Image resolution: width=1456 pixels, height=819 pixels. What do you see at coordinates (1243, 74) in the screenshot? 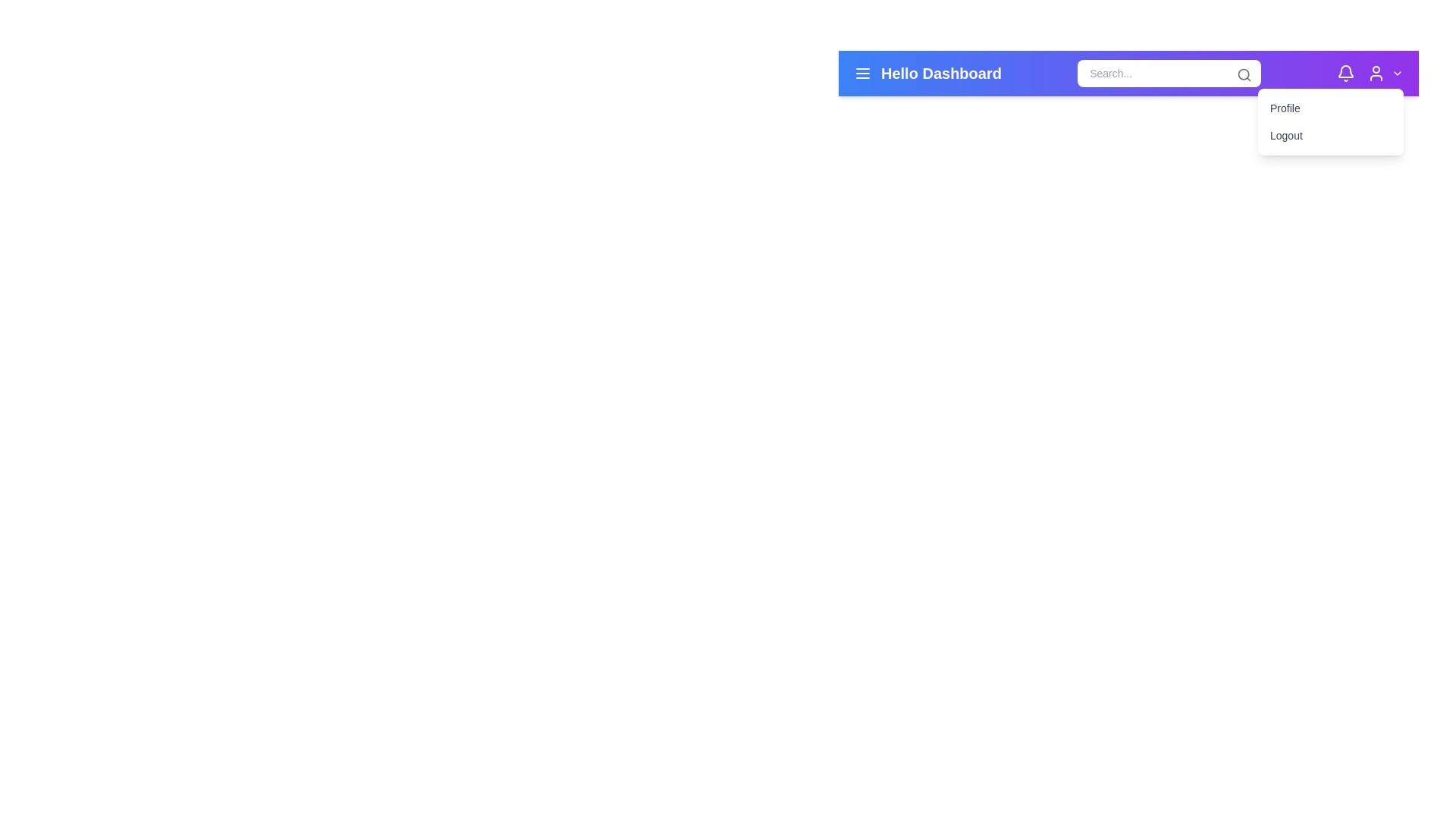
I see `the hollow circular element within the magnifying glass icon located on the right-hand side of the toolbar, near the search bar` at bounding box center [1243, 74].